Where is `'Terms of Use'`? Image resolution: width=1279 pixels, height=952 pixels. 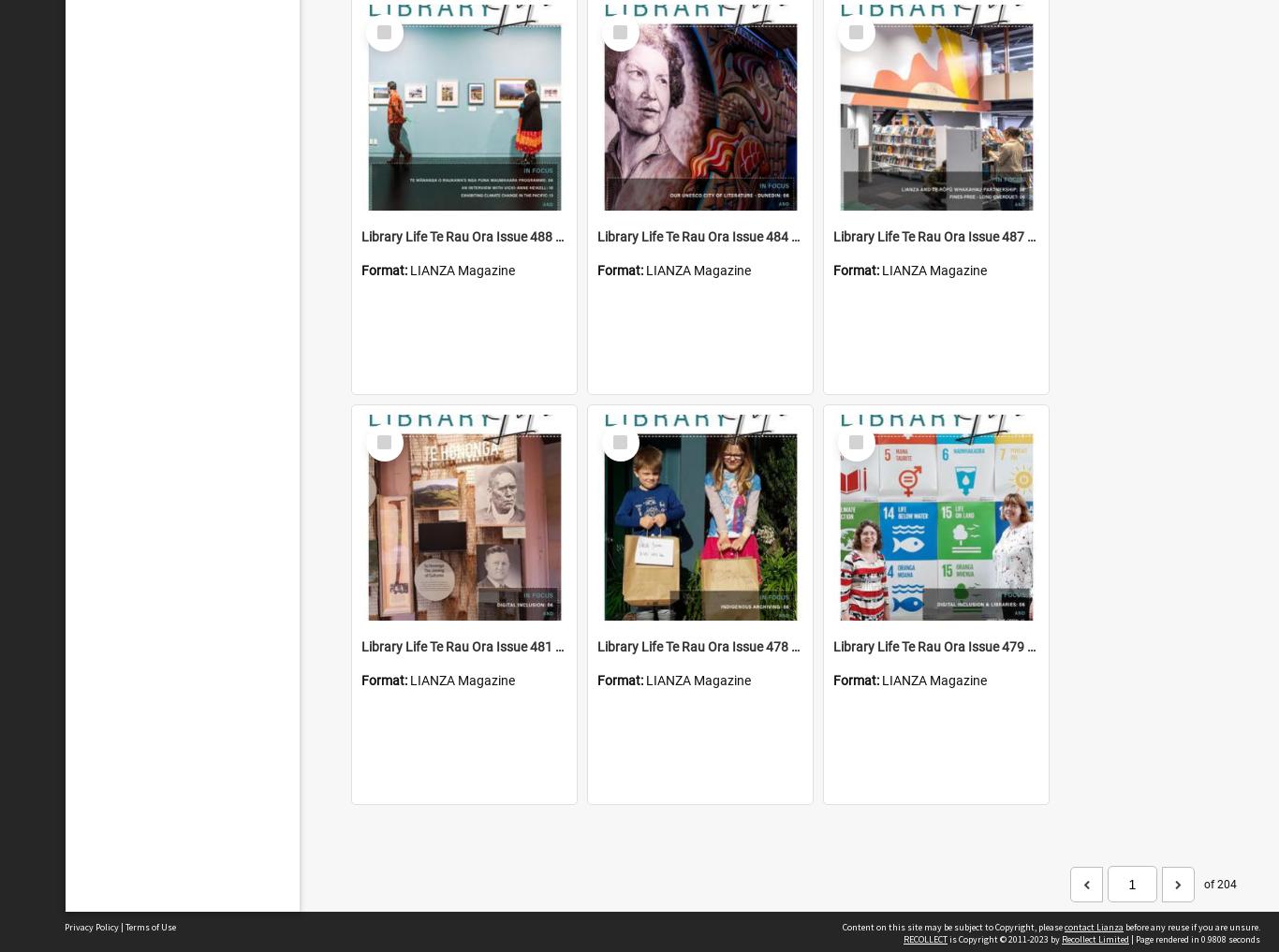
'Terms of Use' is located at coordinates (125, 927).